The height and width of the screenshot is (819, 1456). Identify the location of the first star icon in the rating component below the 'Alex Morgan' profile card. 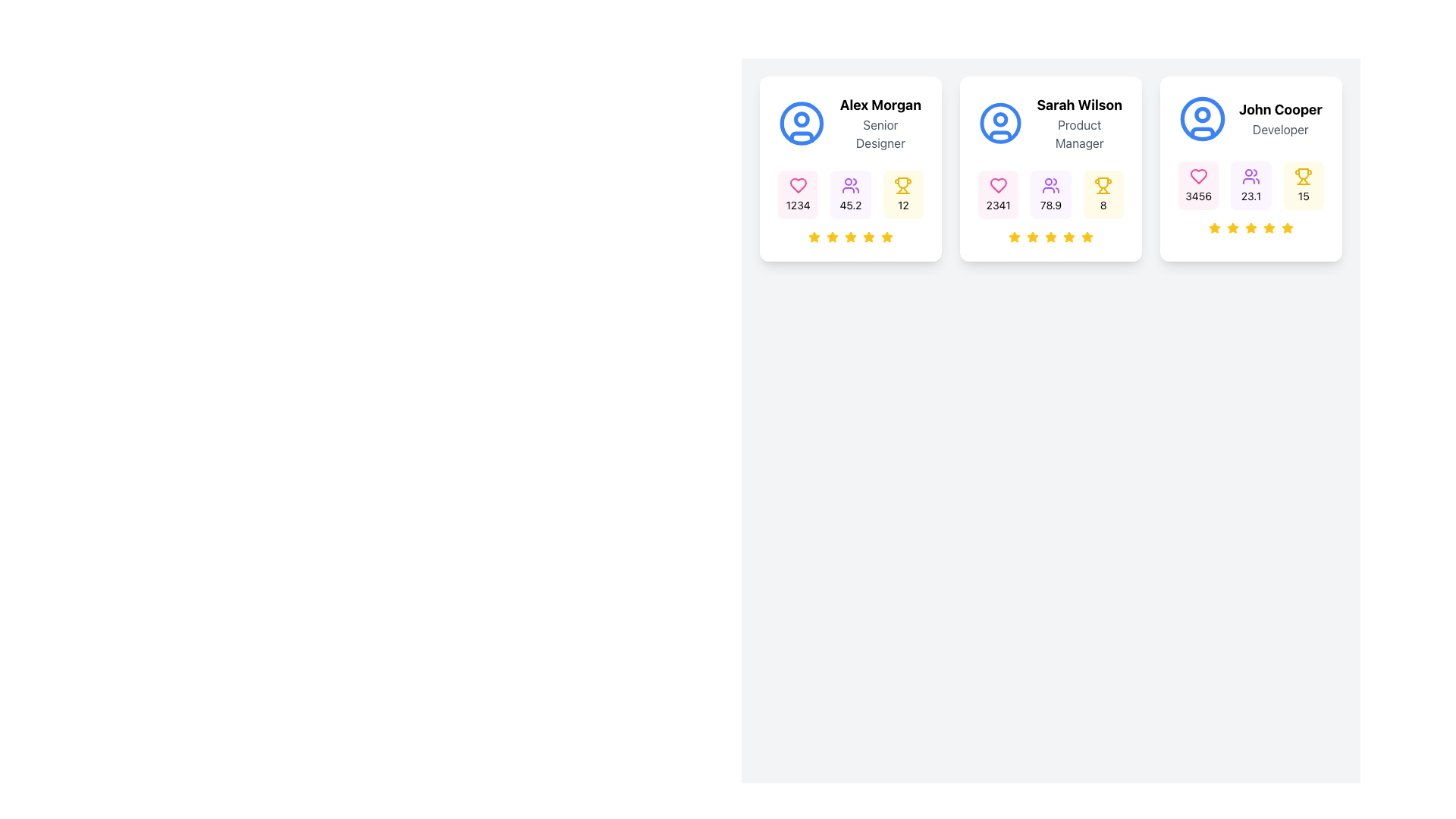
(814, 237).